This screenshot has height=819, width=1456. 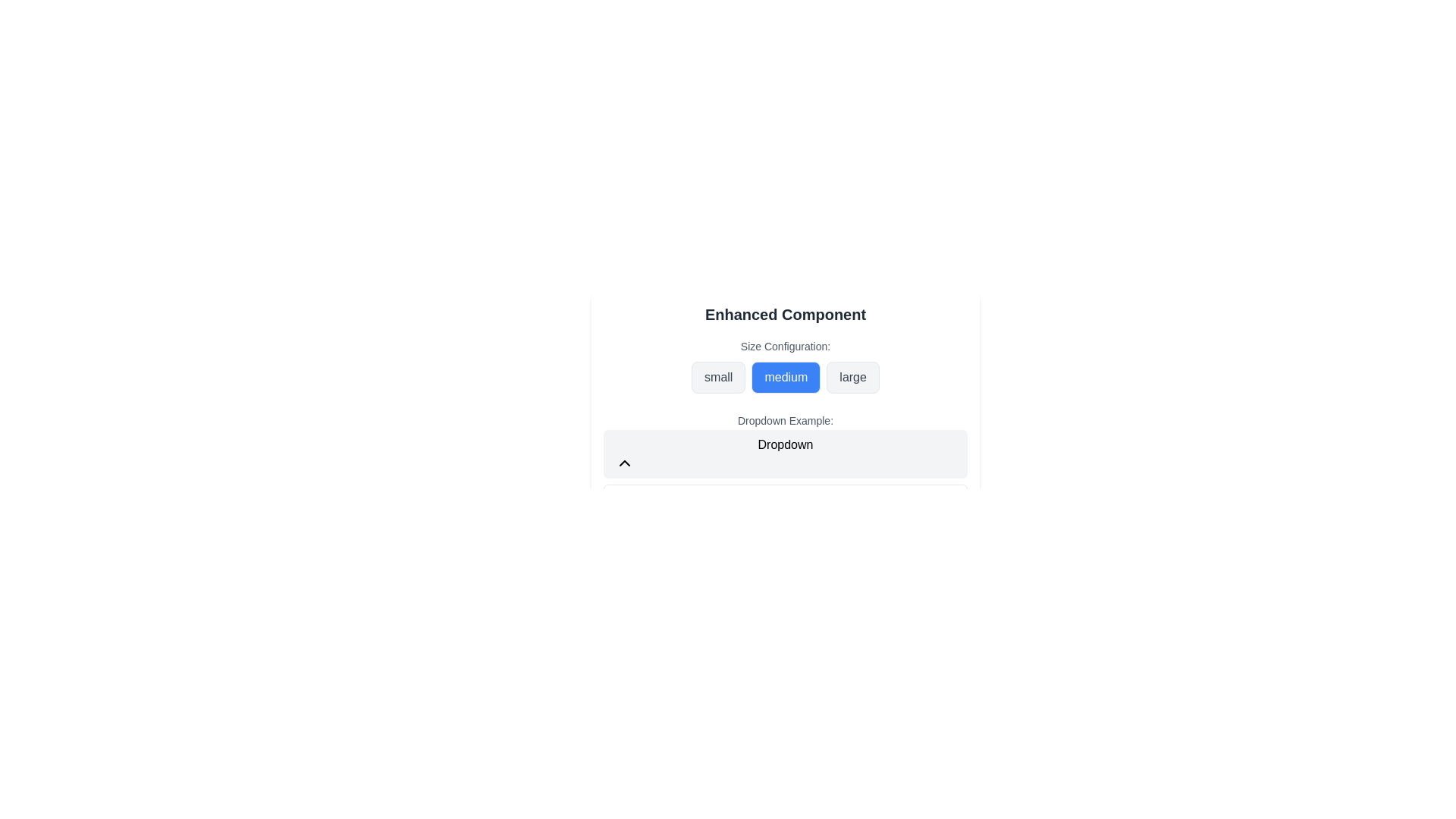 What do you see at coordinates (786, 366) in the screenshot?
I see `the 'medium' button, which is a rounded rectangular button with a blue background and white text, located in the center of the three options under the 'Size Configuration' header` at bounding box center [786, 366].